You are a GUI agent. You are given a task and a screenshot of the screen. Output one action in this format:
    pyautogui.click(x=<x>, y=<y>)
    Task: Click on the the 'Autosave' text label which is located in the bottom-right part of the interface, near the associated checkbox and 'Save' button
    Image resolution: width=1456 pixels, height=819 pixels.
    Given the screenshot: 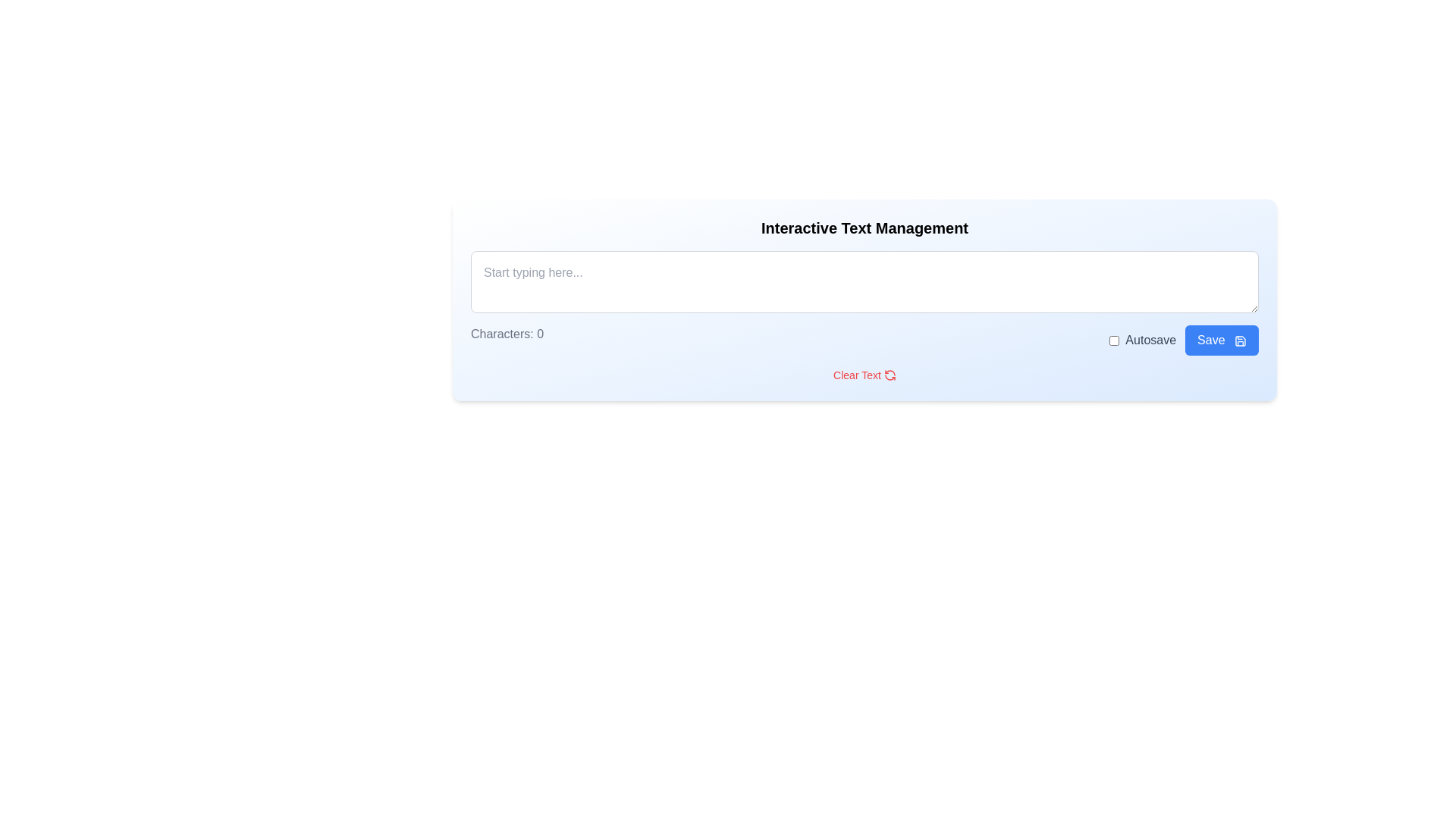 What is the action you would take?
    pyautogui.click(x=1143, y=339)
    